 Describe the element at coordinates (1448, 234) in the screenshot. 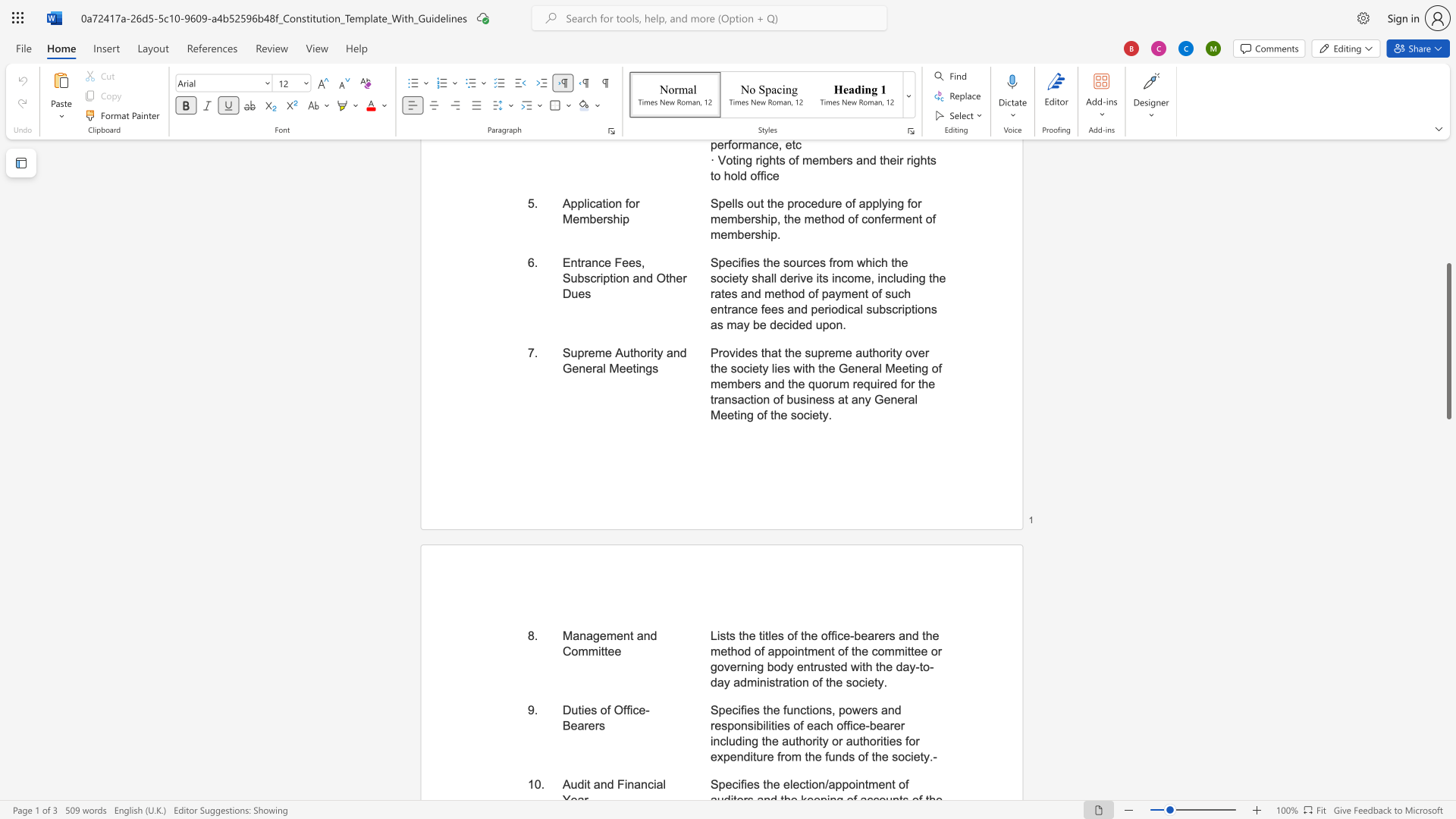

I see `the scrollbar on the right side to scroll the page up` at that location.